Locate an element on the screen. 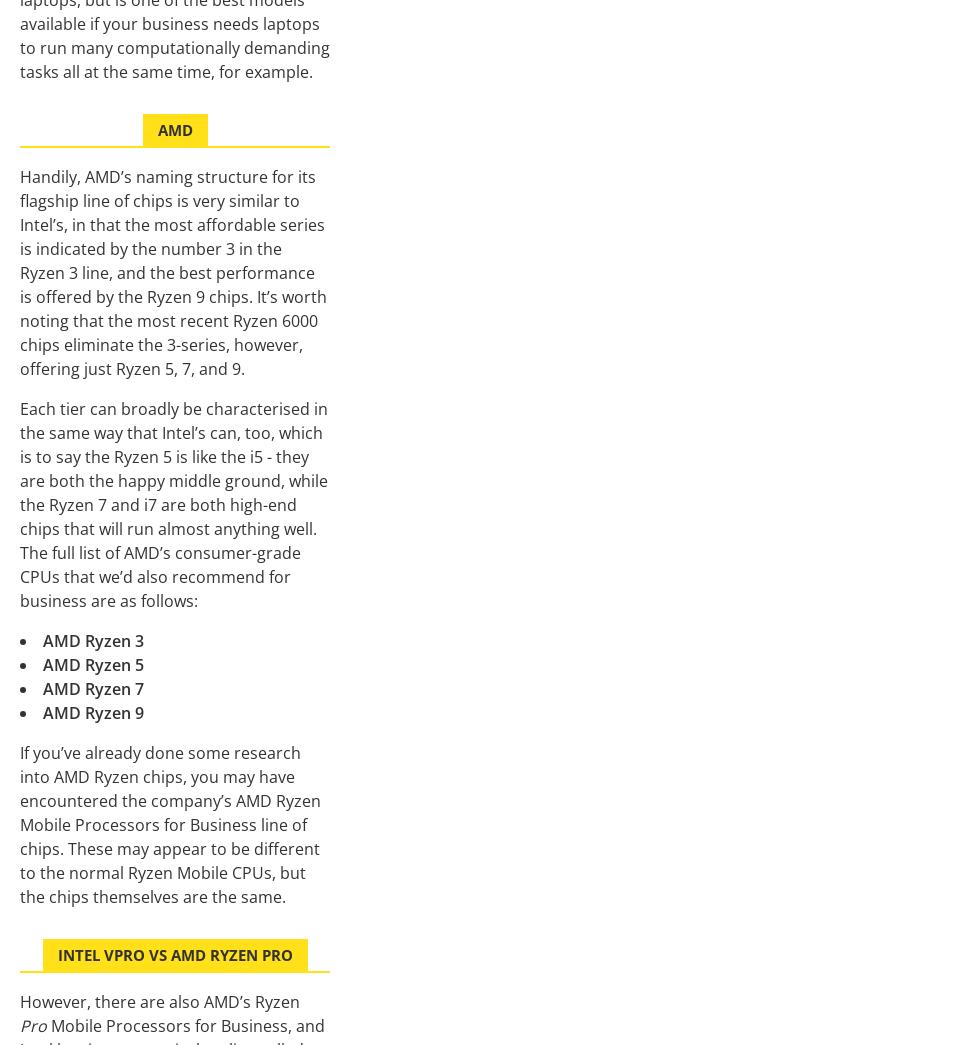 The height and width of the screenshot is (1045, 980). 'AMD' is located at coordinates (156, 128).